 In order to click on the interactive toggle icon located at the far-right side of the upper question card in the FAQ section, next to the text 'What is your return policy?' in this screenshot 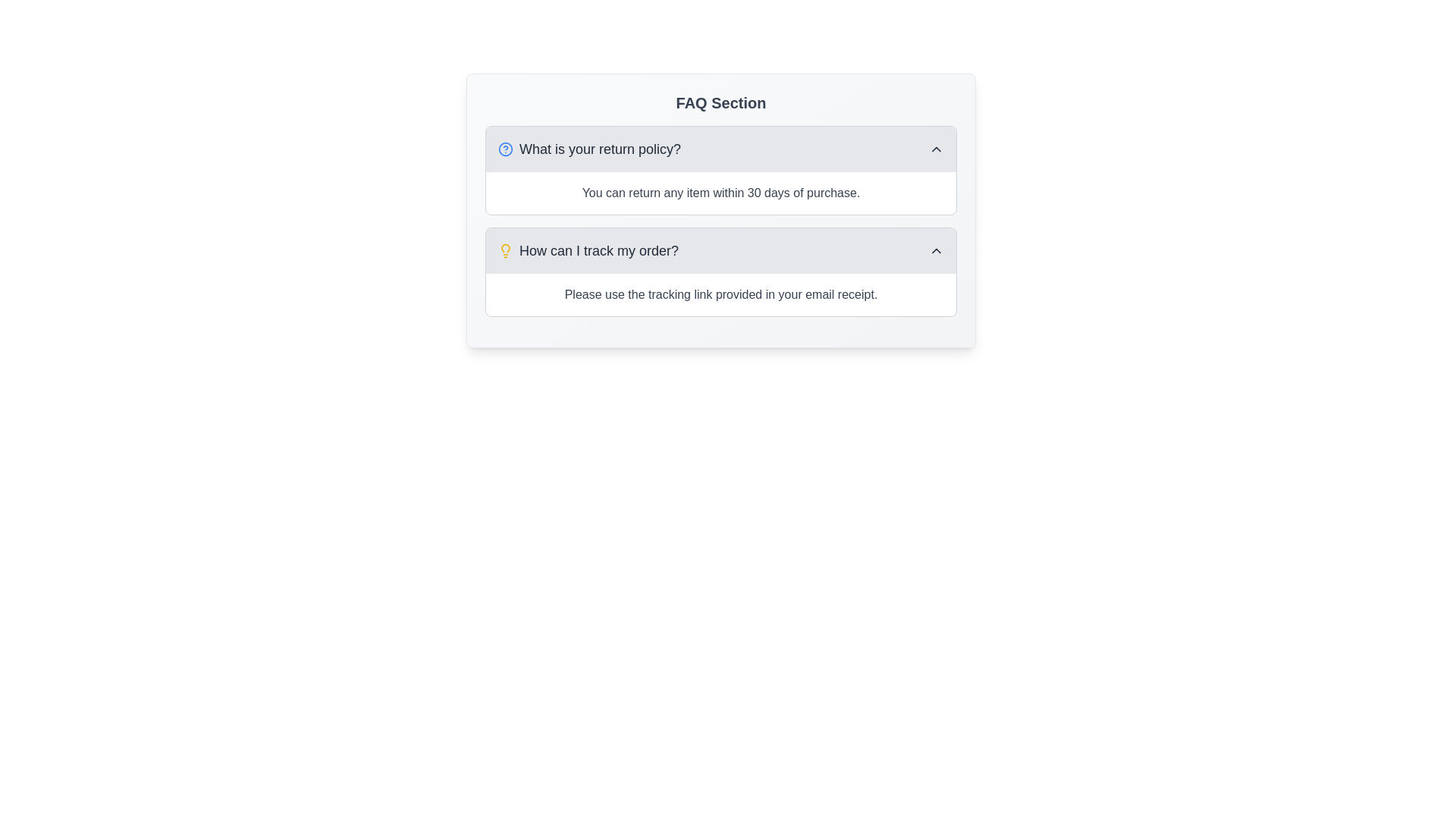, I will do `click(935, 149)`.